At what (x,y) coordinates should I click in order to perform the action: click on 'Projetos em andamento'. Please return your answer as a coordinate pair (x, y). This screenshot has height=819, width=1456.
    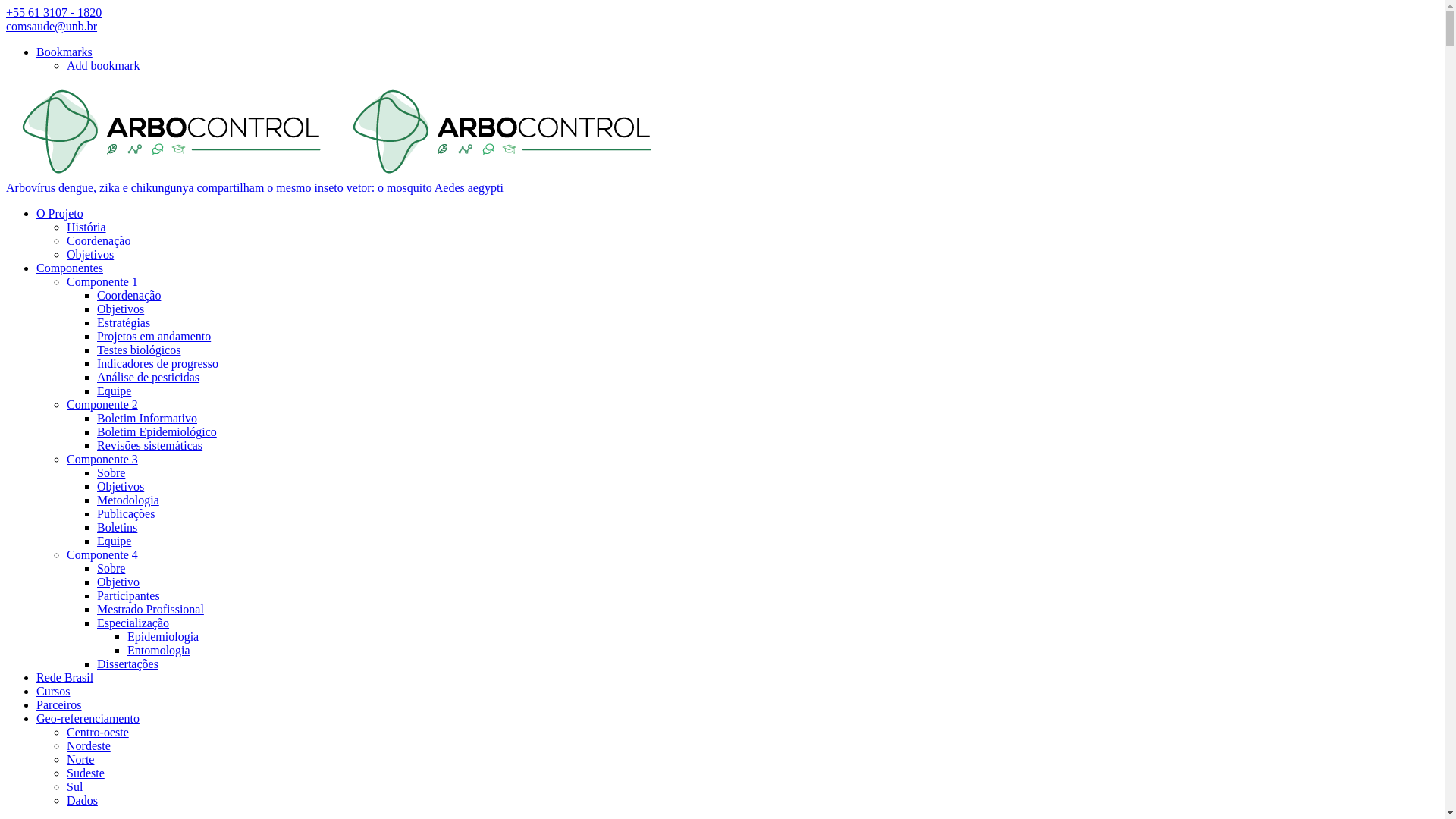
    Looking at the image, I should click on (153, 335).